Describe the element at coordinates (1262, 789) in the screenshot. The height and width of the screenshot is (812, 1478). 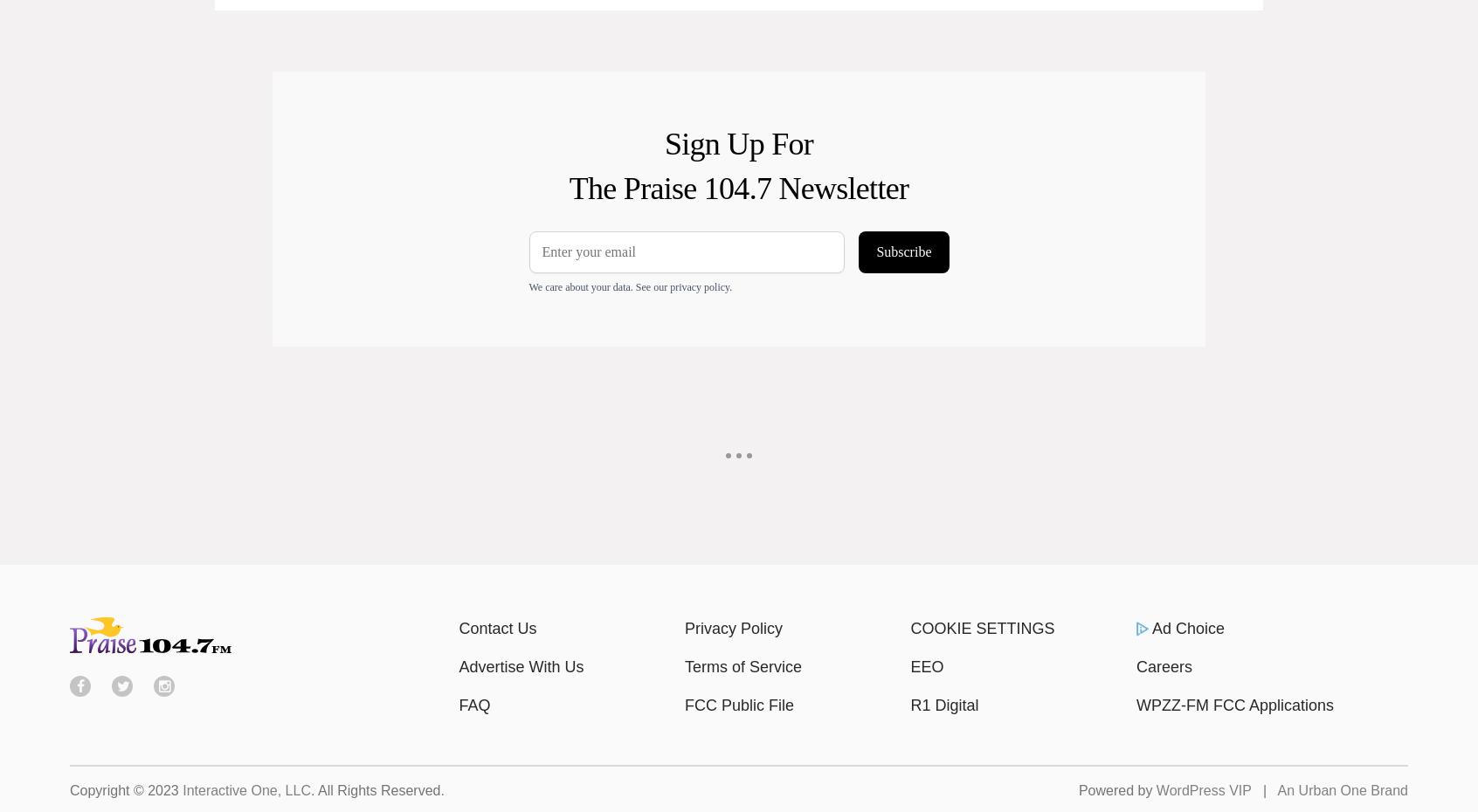
I see `'|'` at that location.